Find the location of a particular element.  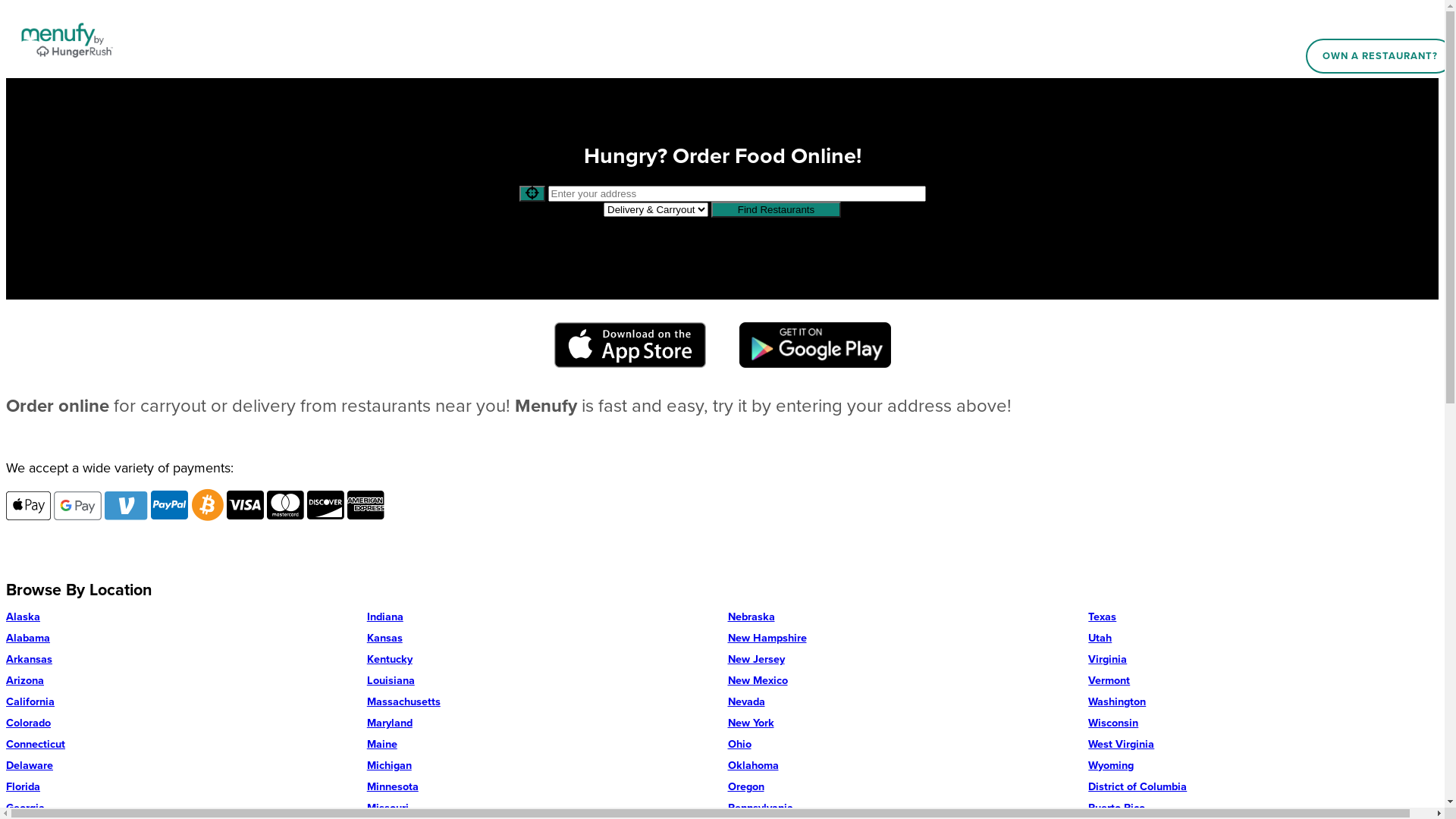

'Georgia' is located at coordinates (6, 807).